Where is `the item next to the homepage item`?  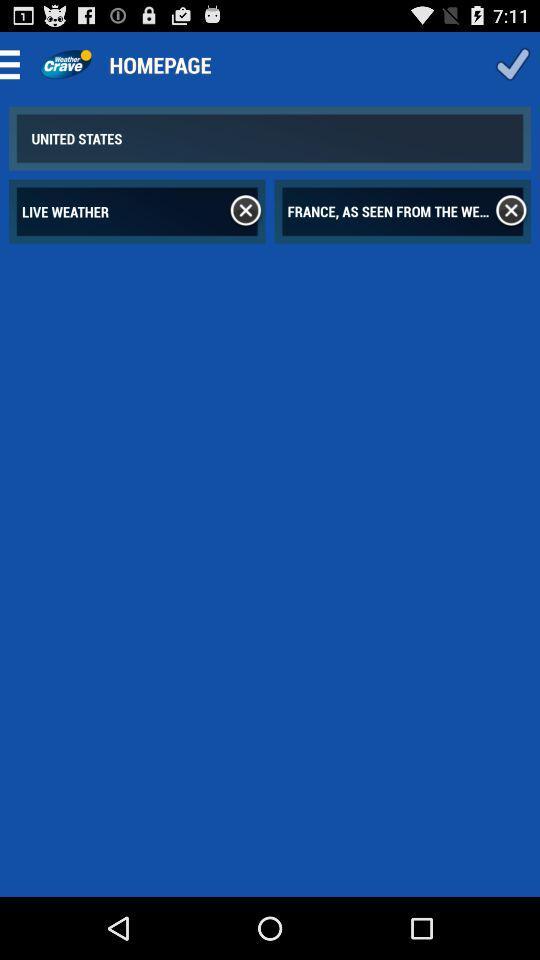
the item next to the homepage item is located at coordinates (512, 64).